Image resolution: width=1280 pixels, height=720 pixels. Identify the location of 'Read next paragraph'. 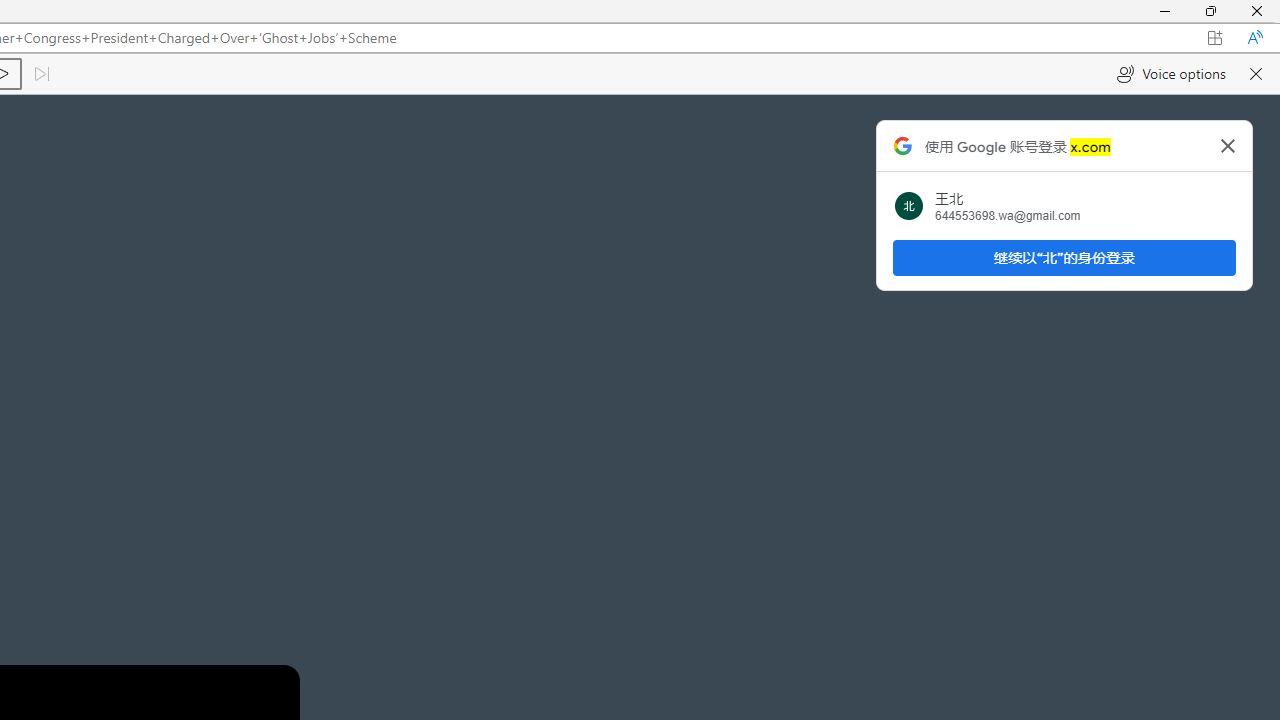
(40, 73).